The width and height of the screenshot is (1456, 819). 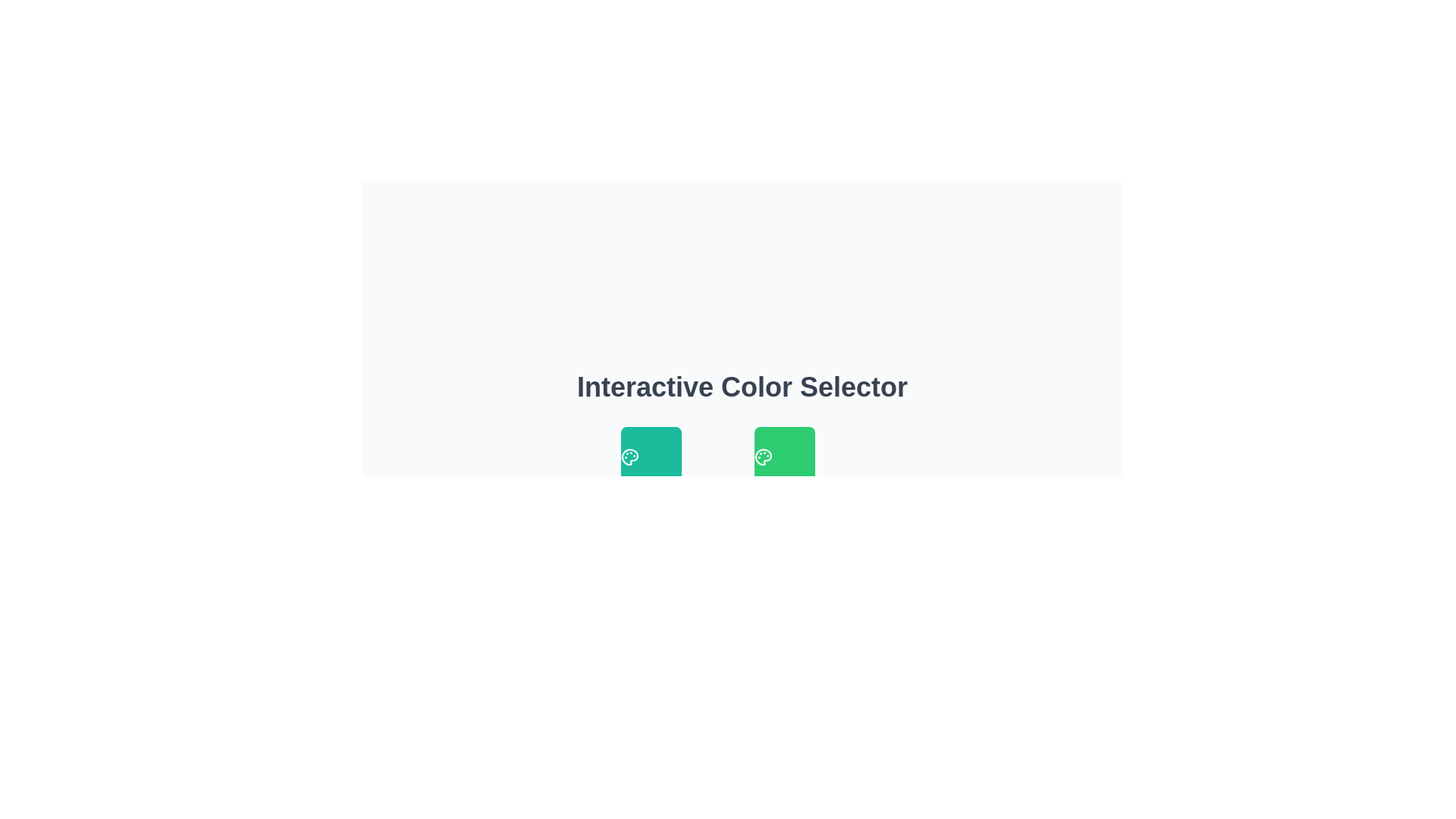 I want to click on the large, bold text reading 'Interactive Color Selector', which is styled in dark gray and centered at the top of the section, so click(x=742, y=386).